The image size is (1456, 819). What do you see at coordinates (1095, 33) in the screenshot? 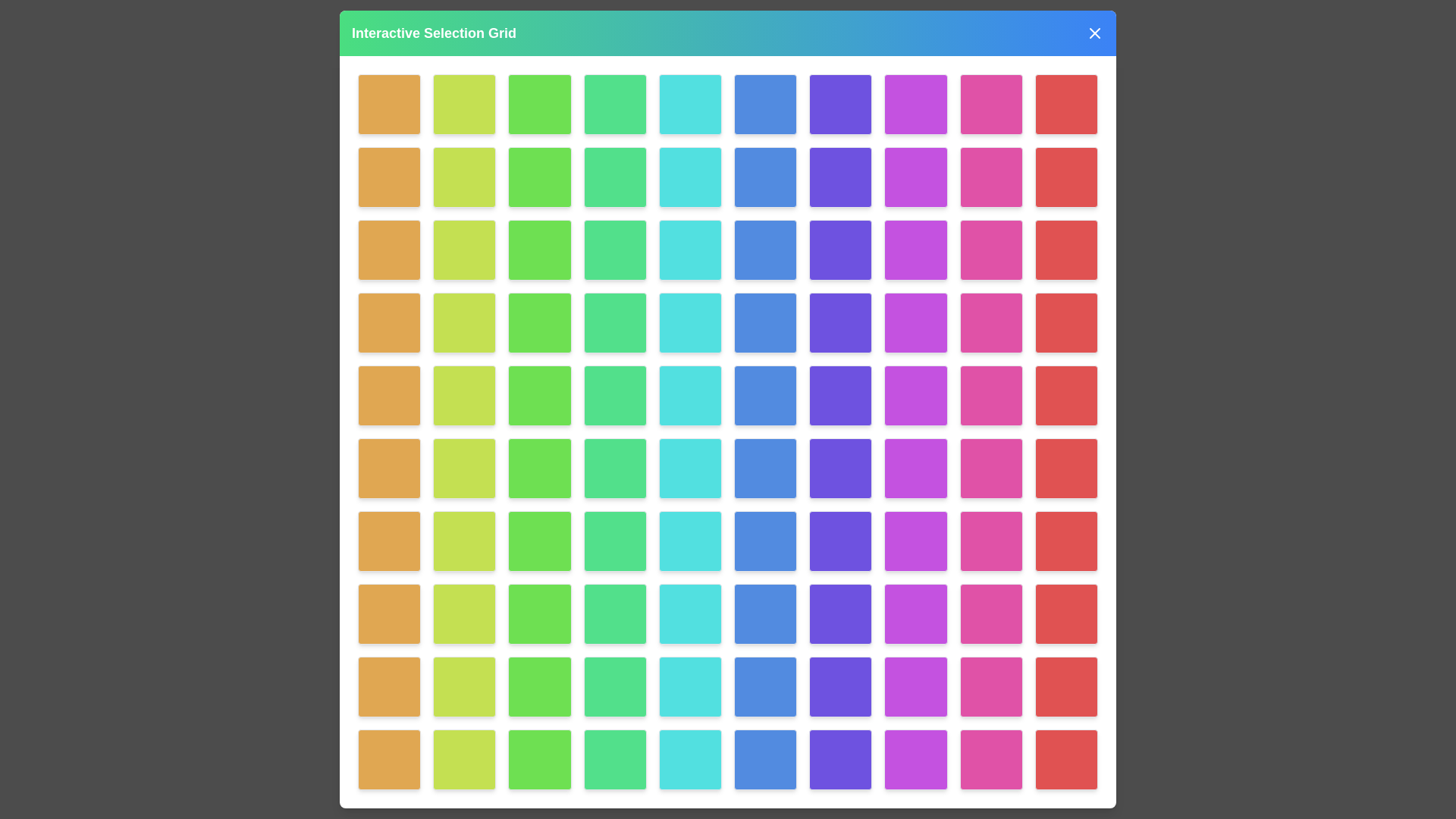
I see `the close button in the dialog header to close the dialog` at bounding box center [1095, 33].